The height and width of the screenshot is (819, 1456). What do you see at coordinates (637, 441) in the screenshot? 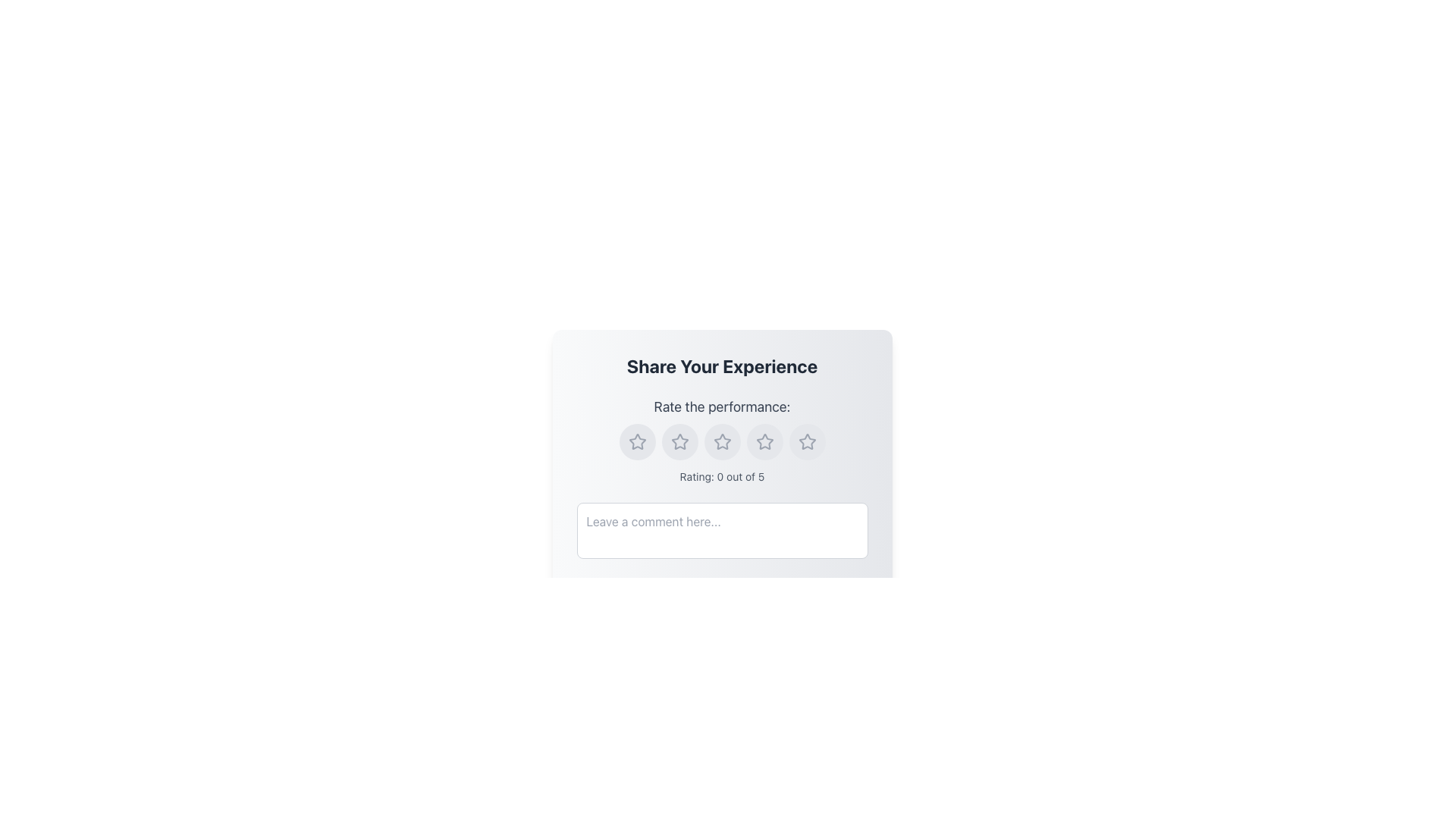
I see `the first star icon in the rating system` at bounding box center [637, 441].